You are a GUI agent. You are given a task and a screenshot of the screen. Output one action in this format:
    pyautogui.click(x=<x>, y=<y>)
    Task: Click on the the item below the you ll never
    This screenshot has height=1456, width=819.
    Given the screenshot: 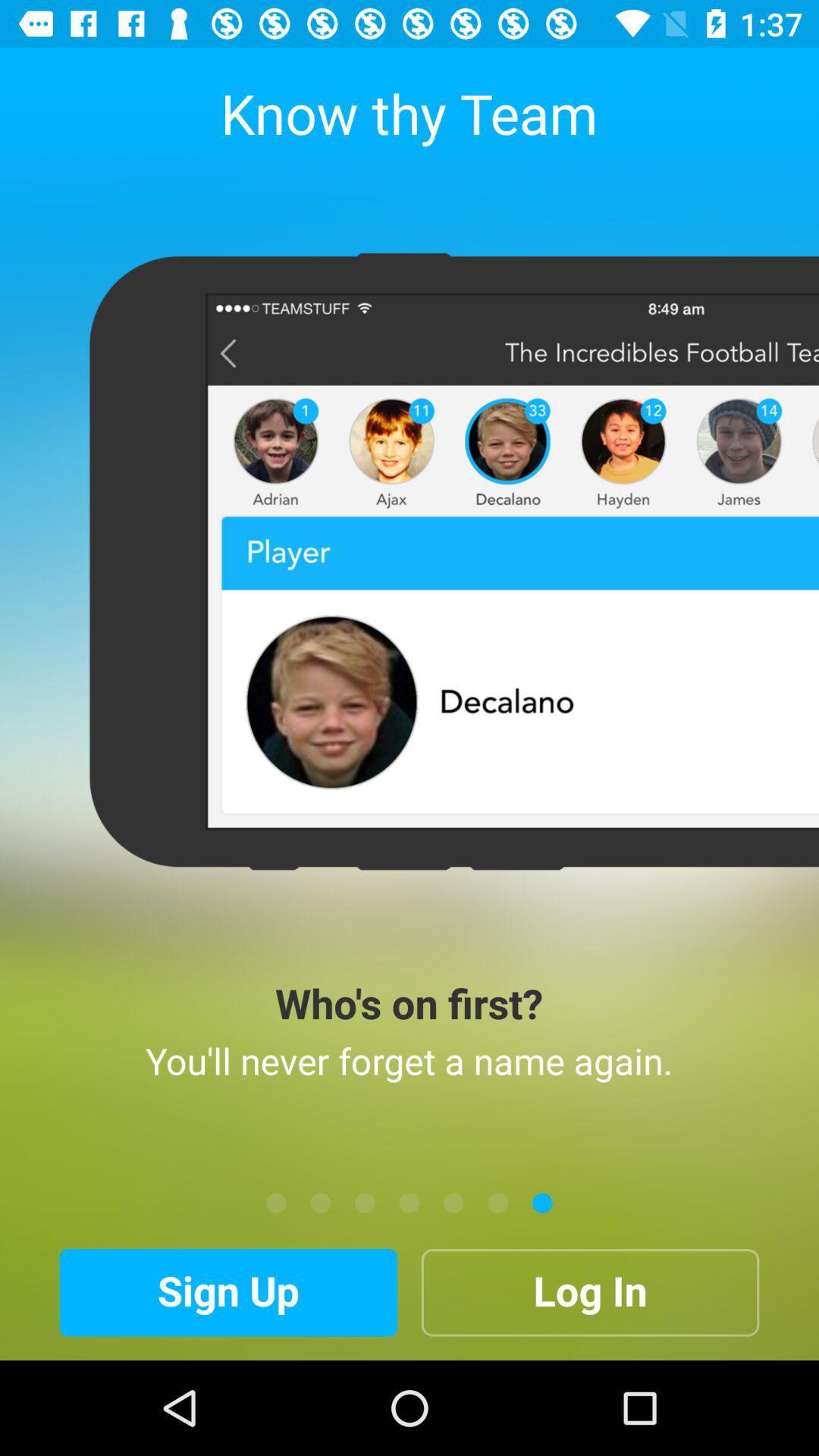 What is the action you would take?
    pyautogui.click(x=276, y=1202)
    